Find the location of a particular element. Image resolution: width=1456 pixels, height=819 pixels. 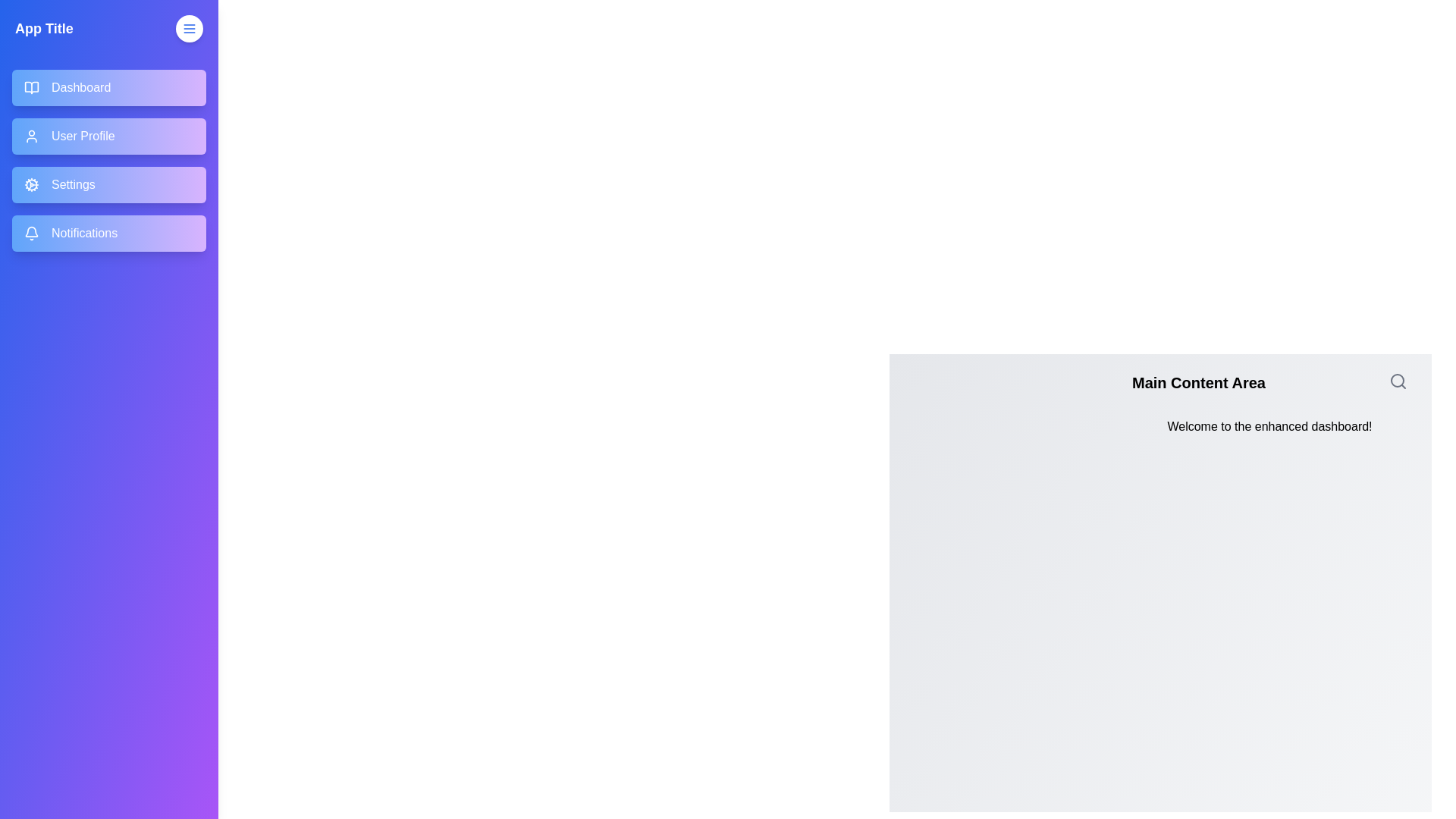

the menu item Notifications in the drawer is located at coordinates (108, 234).